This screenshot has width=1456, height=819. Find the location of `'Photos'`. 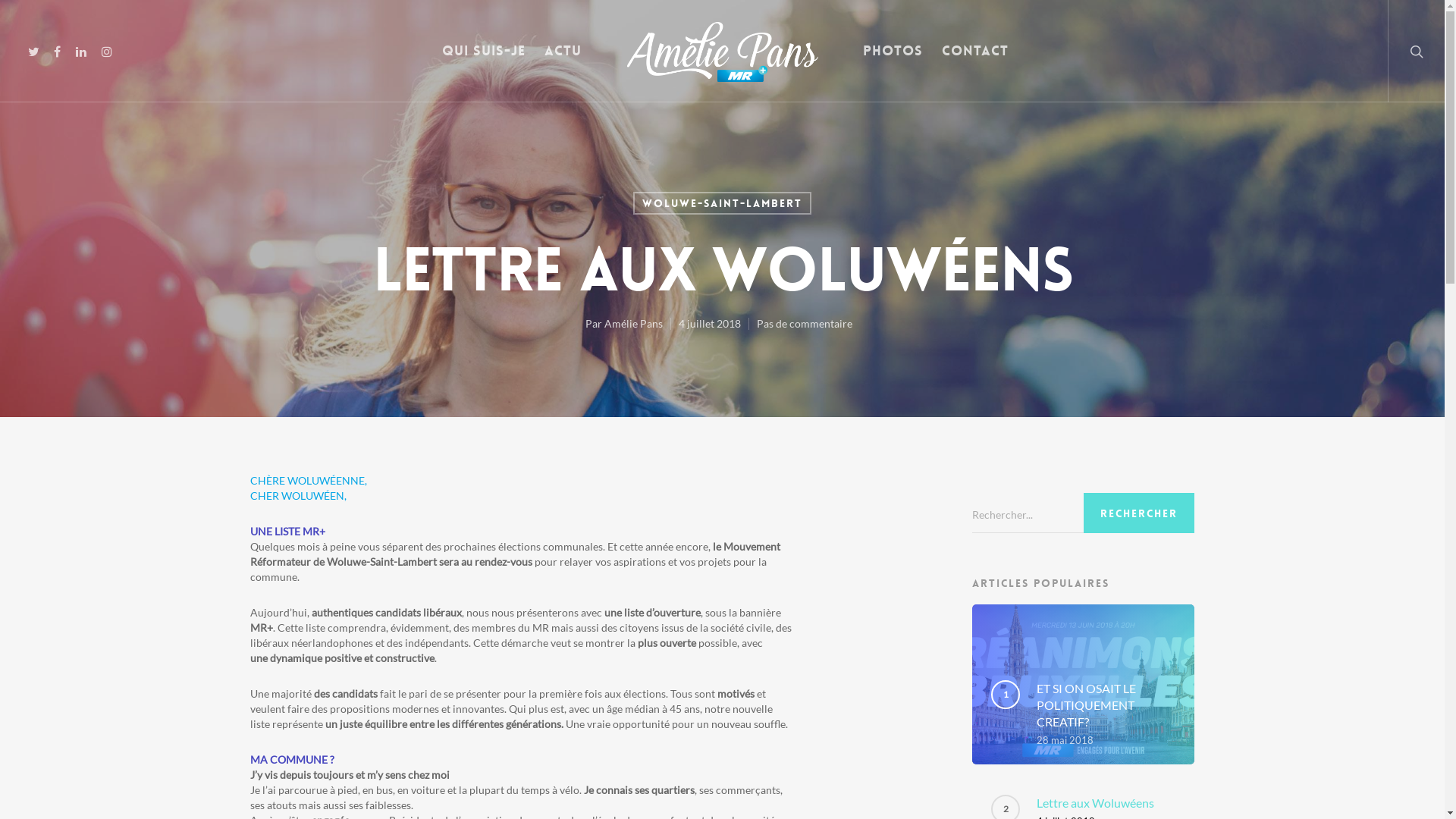

'Photos' is located at coordinates (893, 61).